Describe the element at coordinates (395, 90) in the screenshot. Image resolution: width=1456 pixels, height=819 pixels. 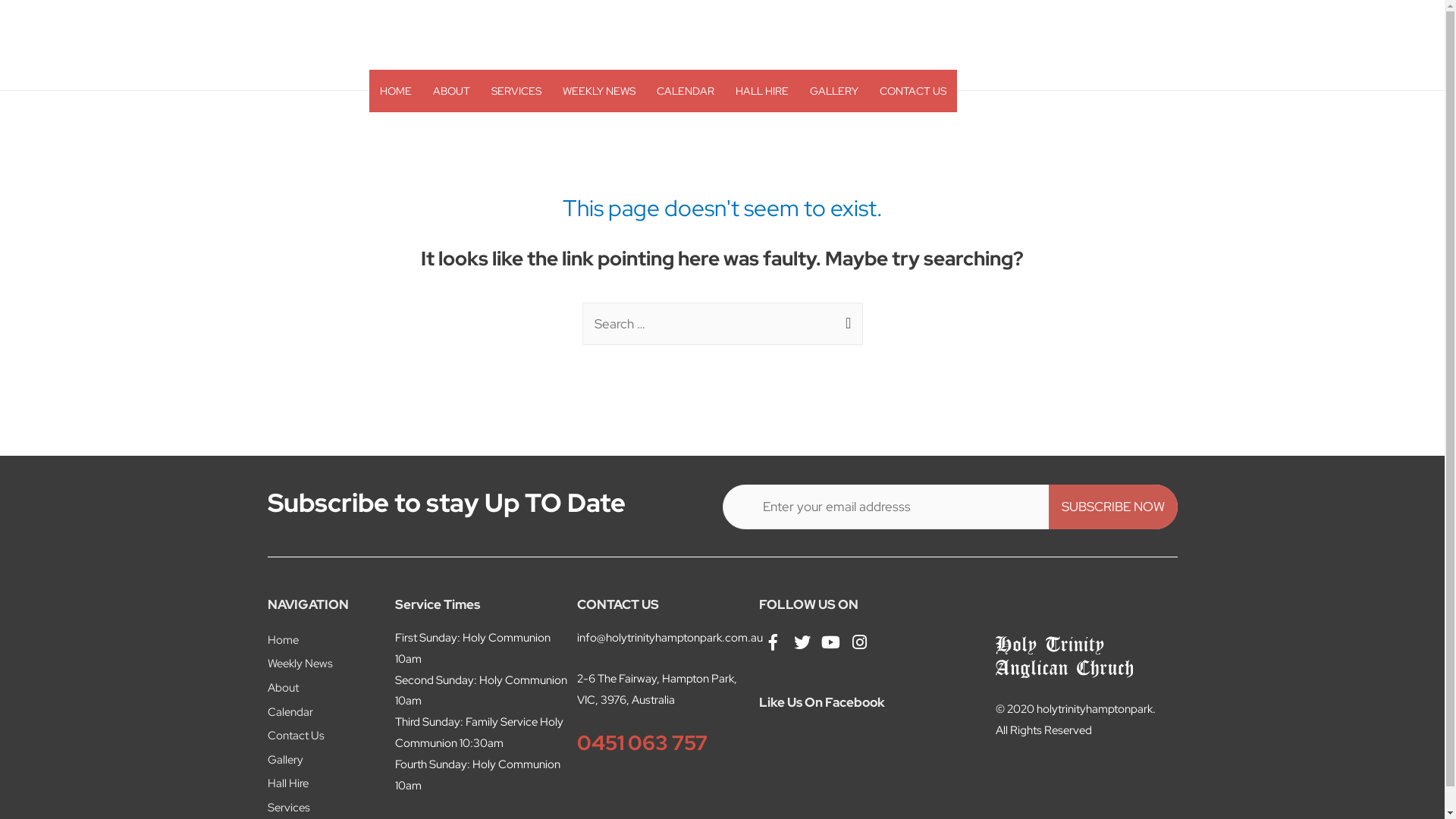
I see `'HOME'` at that location.